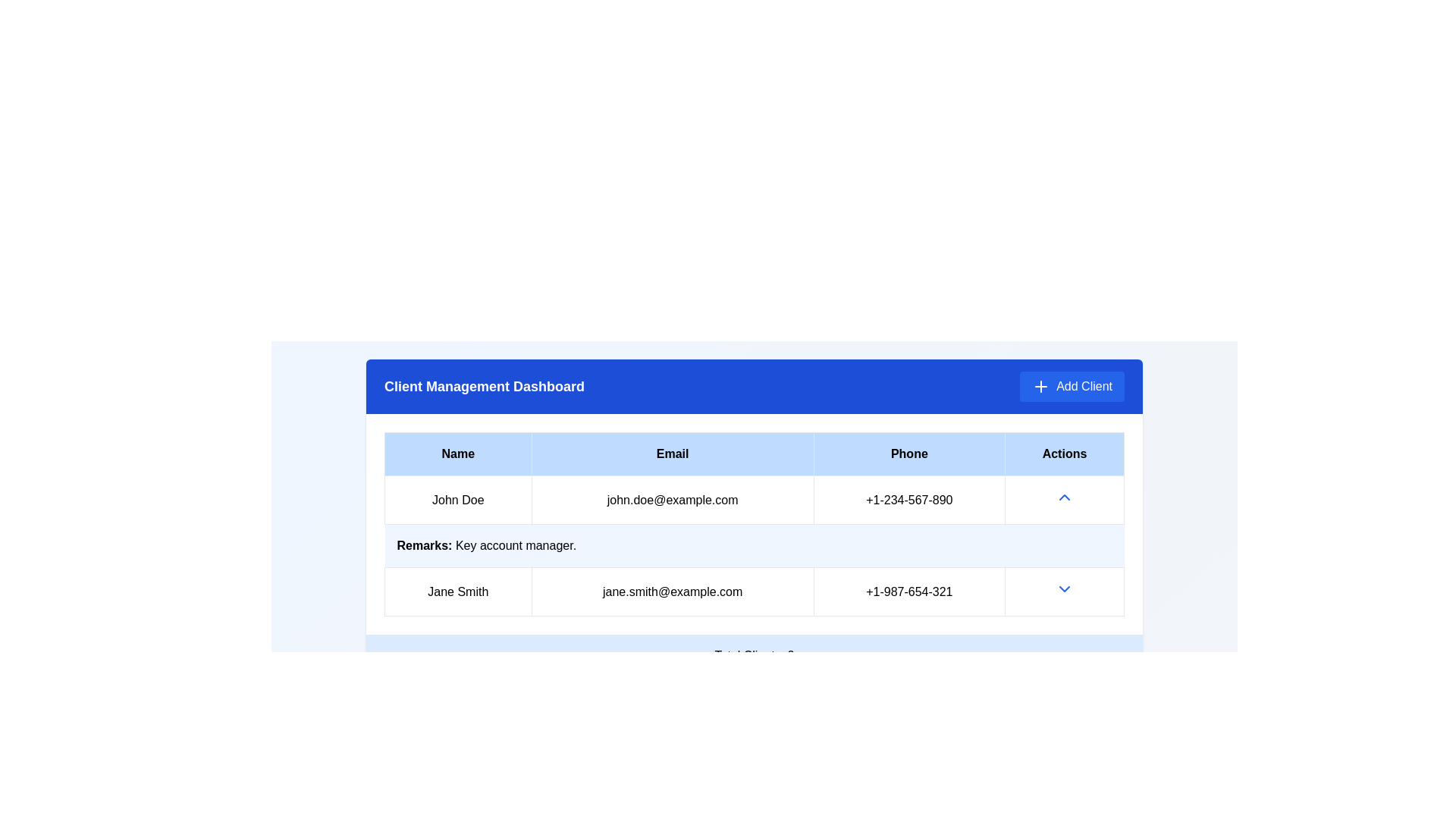  What do you see at coordinates (1072, 385) in the screenshot?
I see `the button located on the right side of the 'Client Management Dashboard' header bar` at bounding box center [1072, 385].